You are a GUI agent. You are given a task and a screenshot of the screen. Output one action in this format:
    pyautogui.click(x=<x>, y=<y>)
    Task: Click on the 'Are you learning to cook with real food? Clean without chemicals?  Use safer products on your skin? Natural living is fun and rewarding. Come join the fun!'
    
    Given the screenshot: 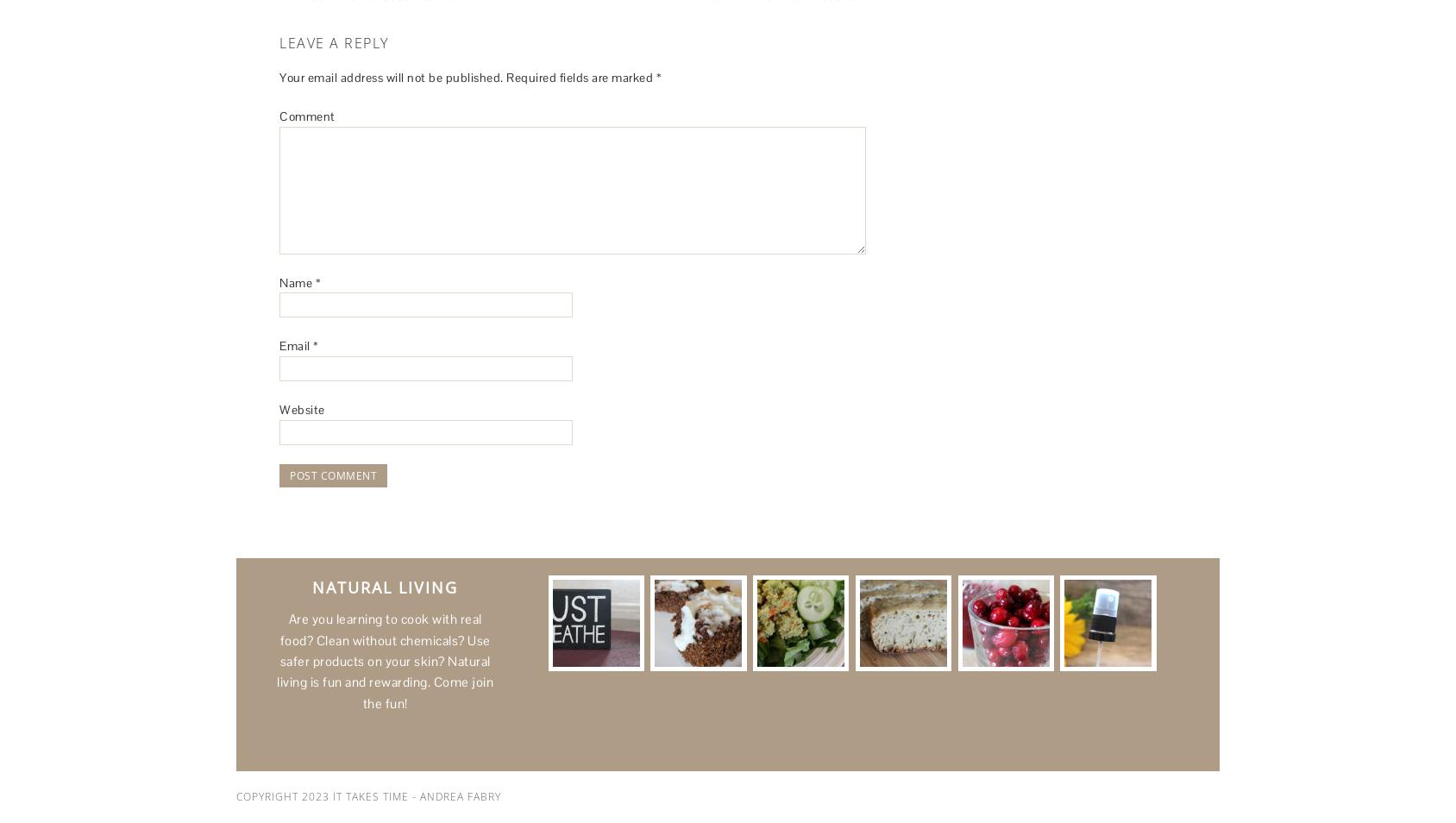 What is the action you would take?
    pyautogui.click(x=384, y=660)
    